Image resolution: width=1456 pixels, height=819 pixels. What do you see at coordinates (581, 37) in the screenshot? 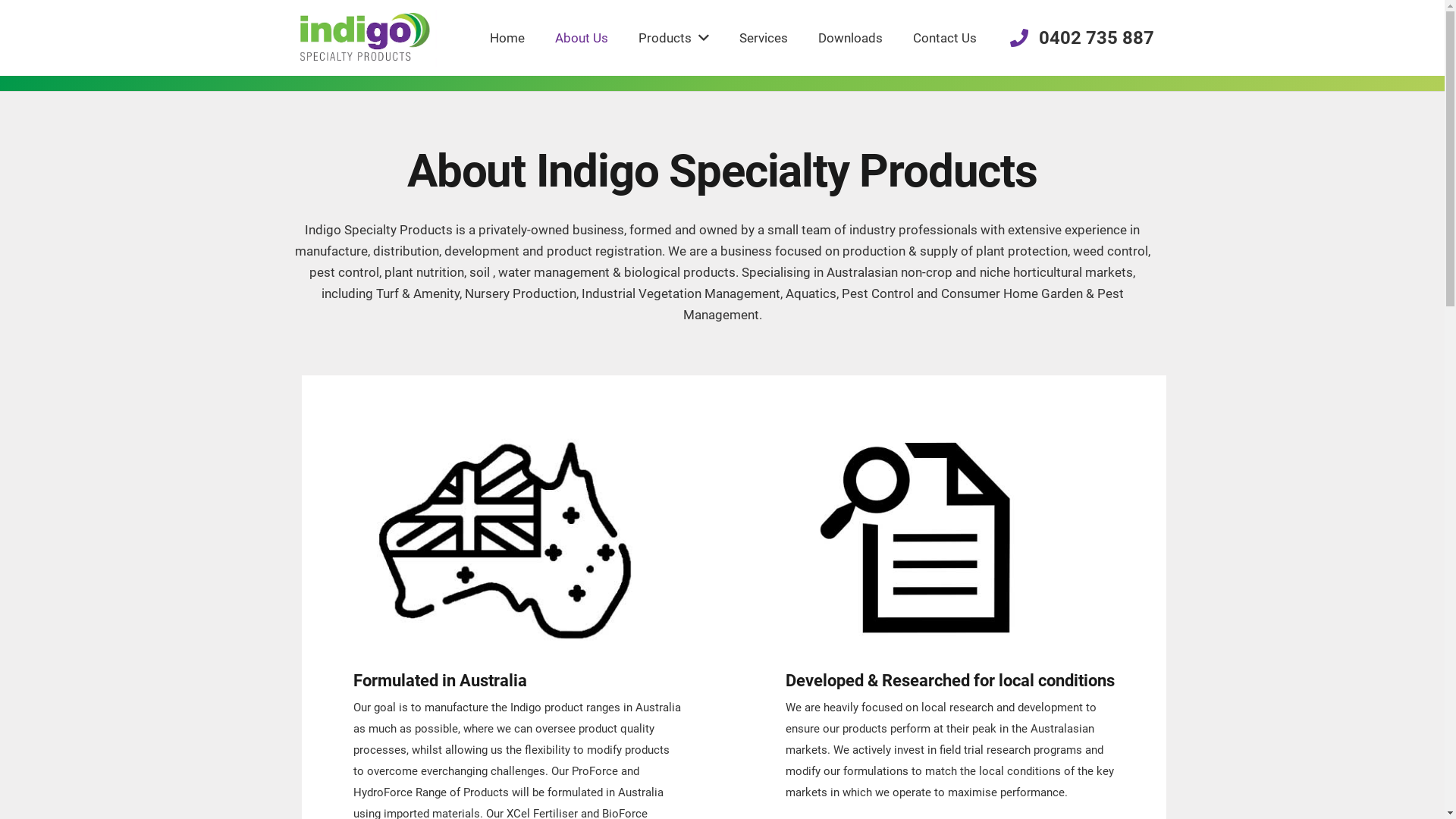
I see `'About Us'` at bounding box center [581, 37].